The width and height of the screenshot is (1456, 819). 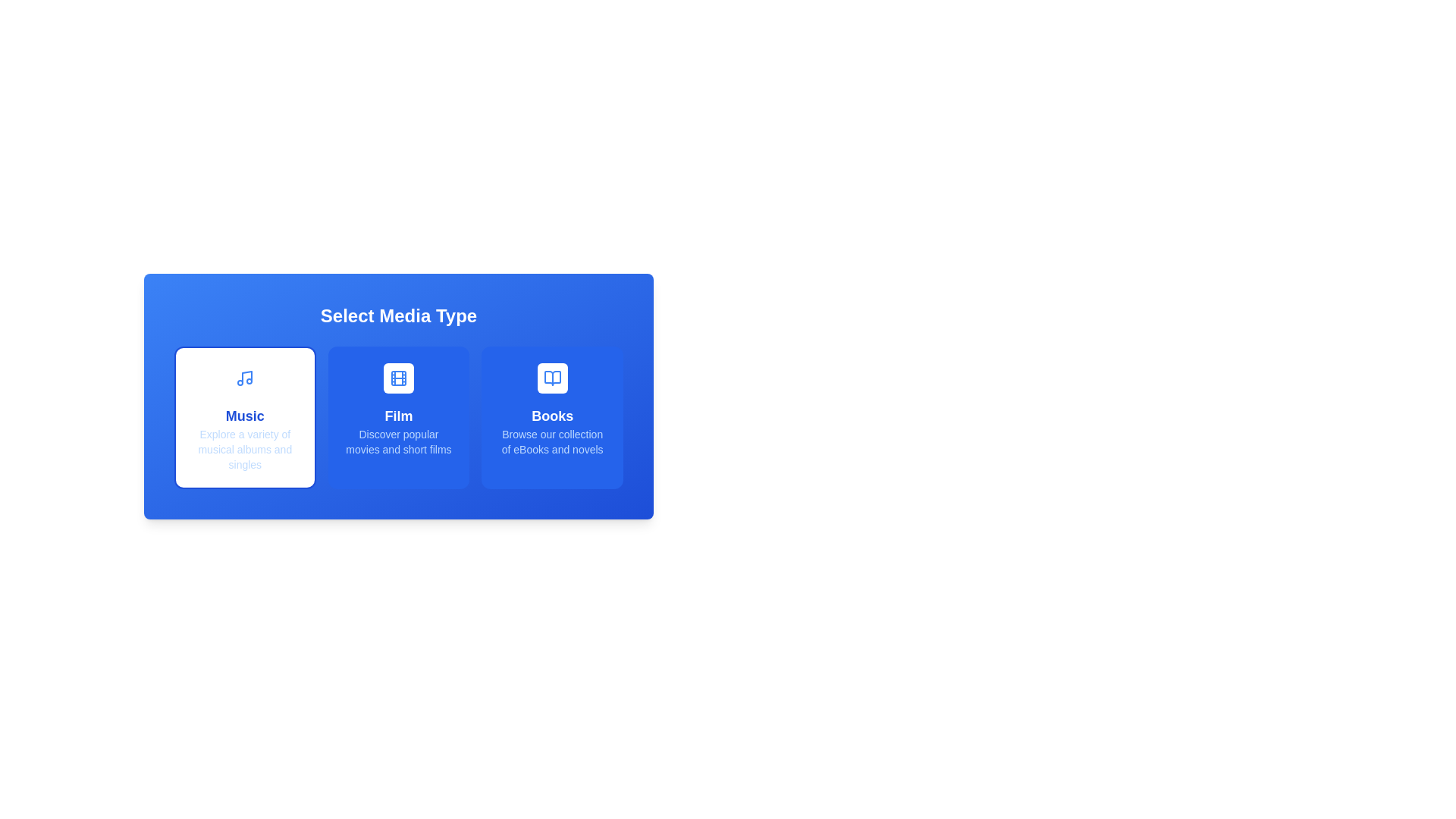 I want to click on the text element that provides a brief description for the 'Music' section, located underneath the large 'Music' title text, so click(x=245, y=449).